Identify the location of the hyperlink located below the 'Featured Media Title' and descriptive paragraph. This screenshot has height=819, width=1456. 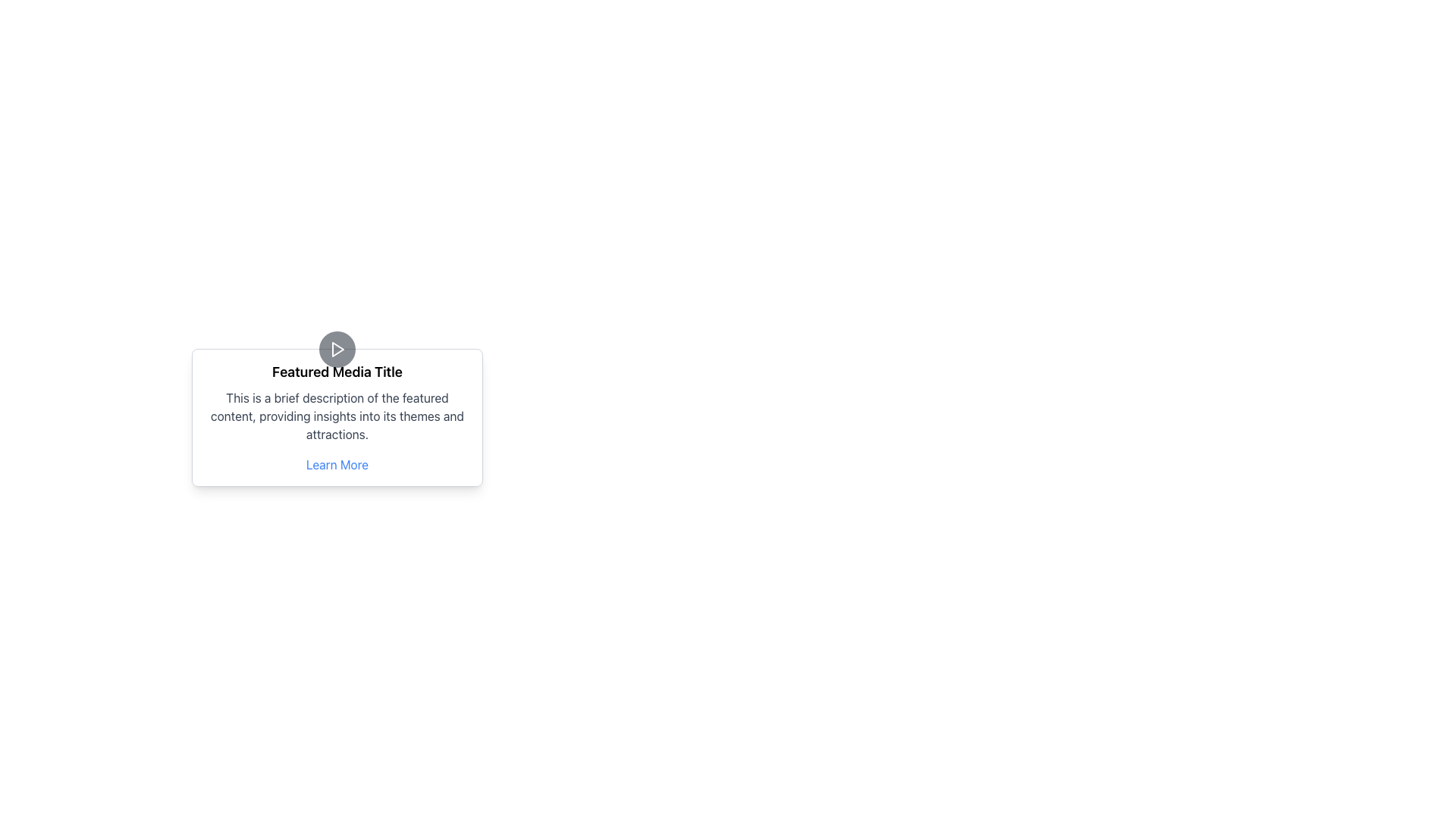
(337, 464).